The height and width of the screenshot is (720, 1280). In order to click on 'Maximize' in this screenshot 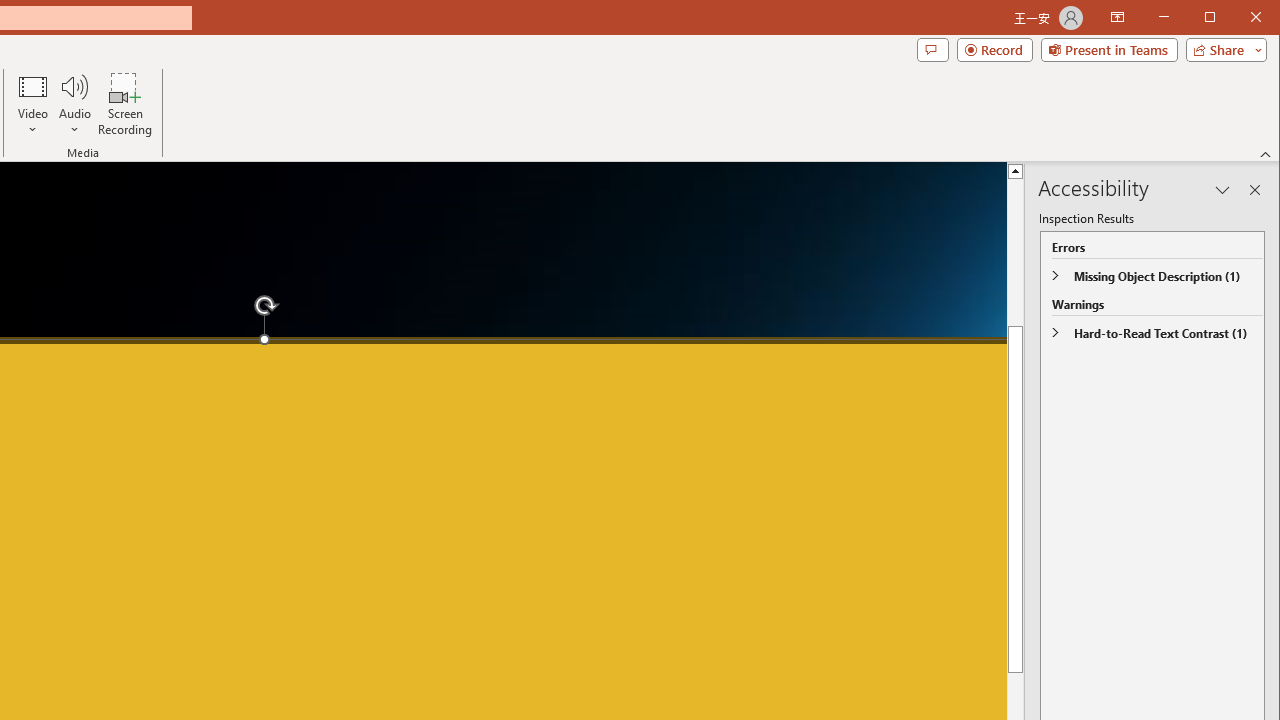, I will do `click(1238, 19)`.